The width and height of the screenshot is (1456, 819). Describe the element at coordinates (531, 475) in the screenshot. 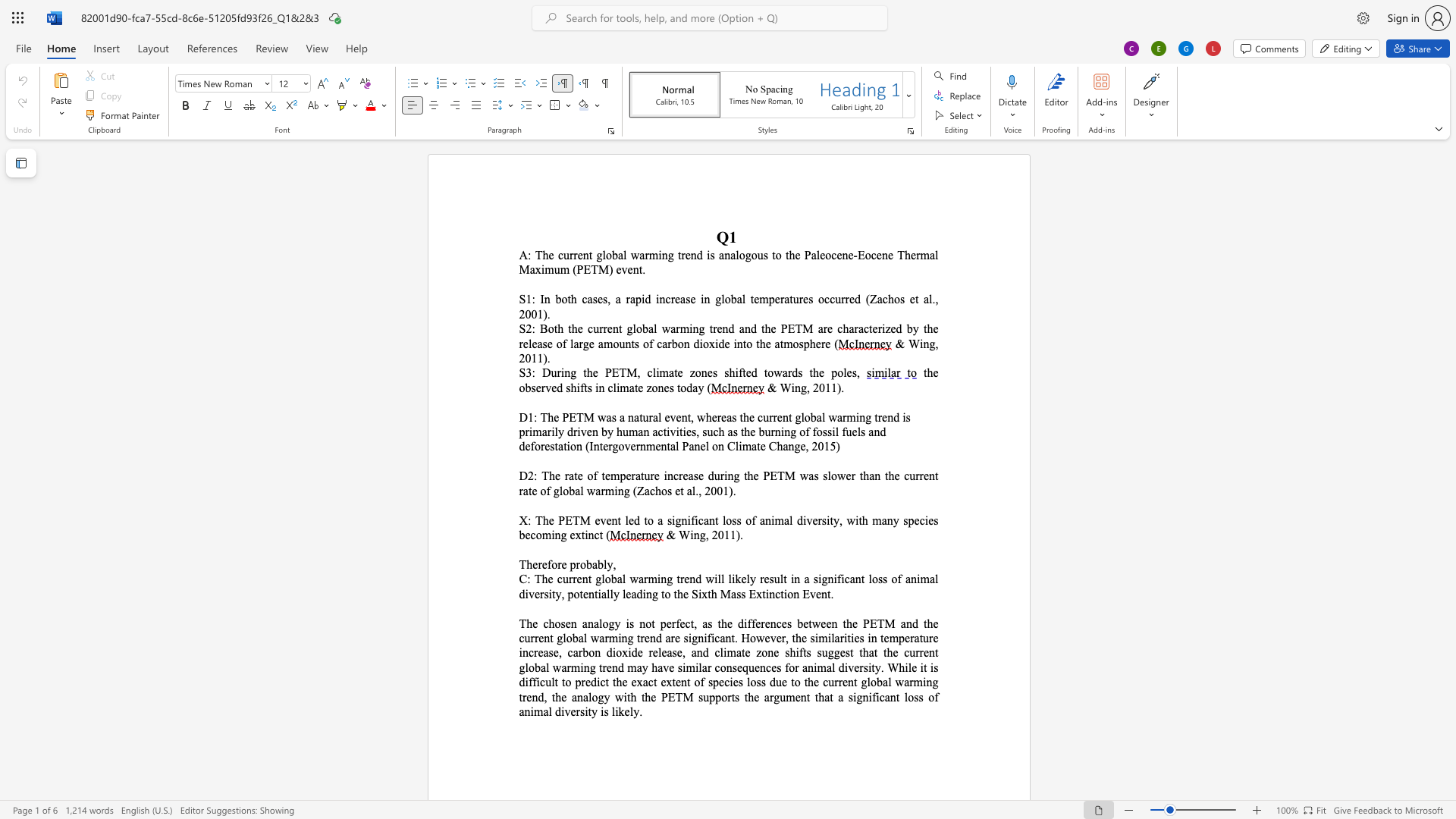

I see `the 1th character "2" in the text` at that location.